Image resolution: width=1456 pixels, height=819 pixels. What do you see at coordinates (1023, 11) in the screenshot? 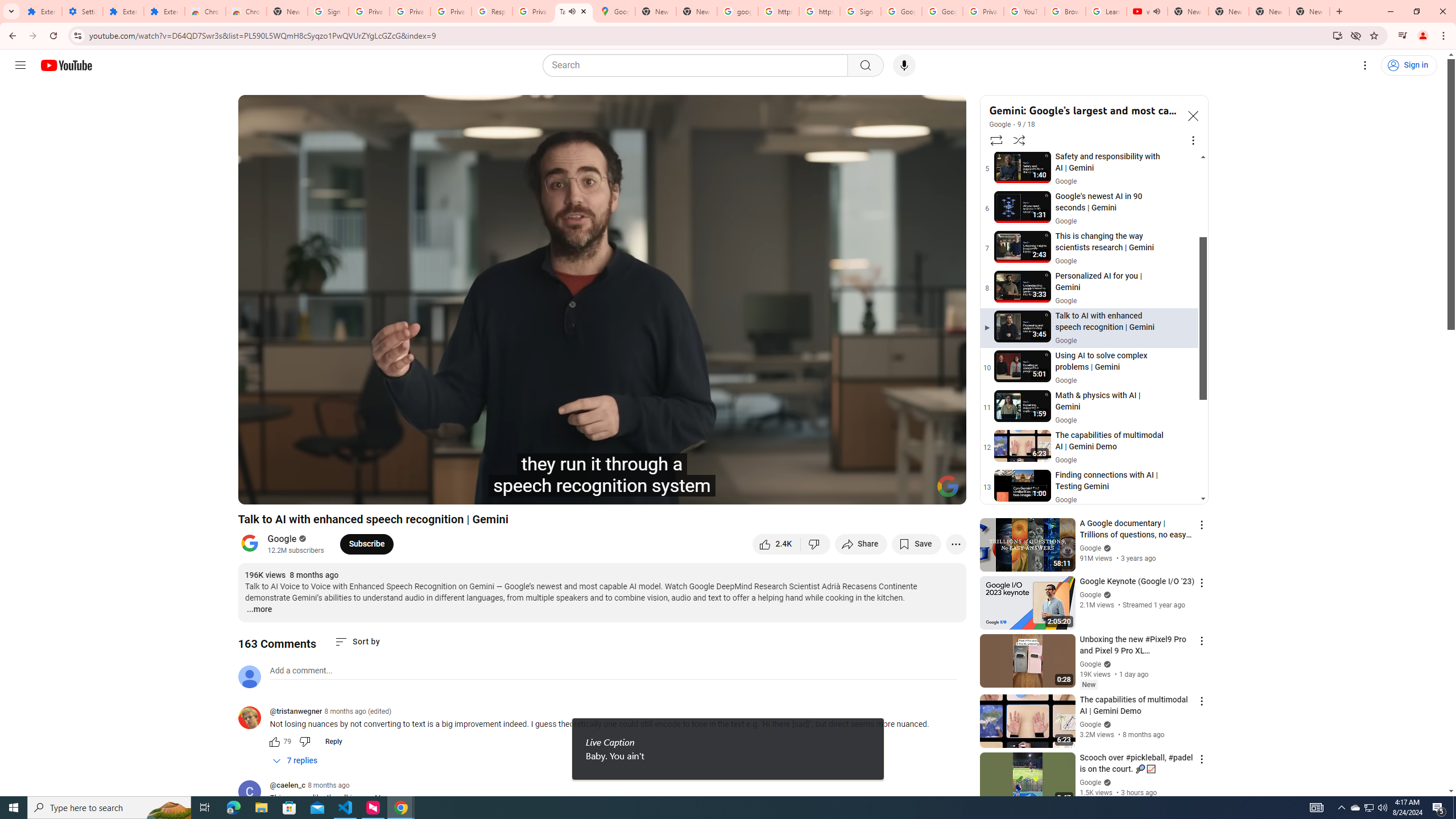
I see `'YouTube'` at bounding box center [1023, 11].